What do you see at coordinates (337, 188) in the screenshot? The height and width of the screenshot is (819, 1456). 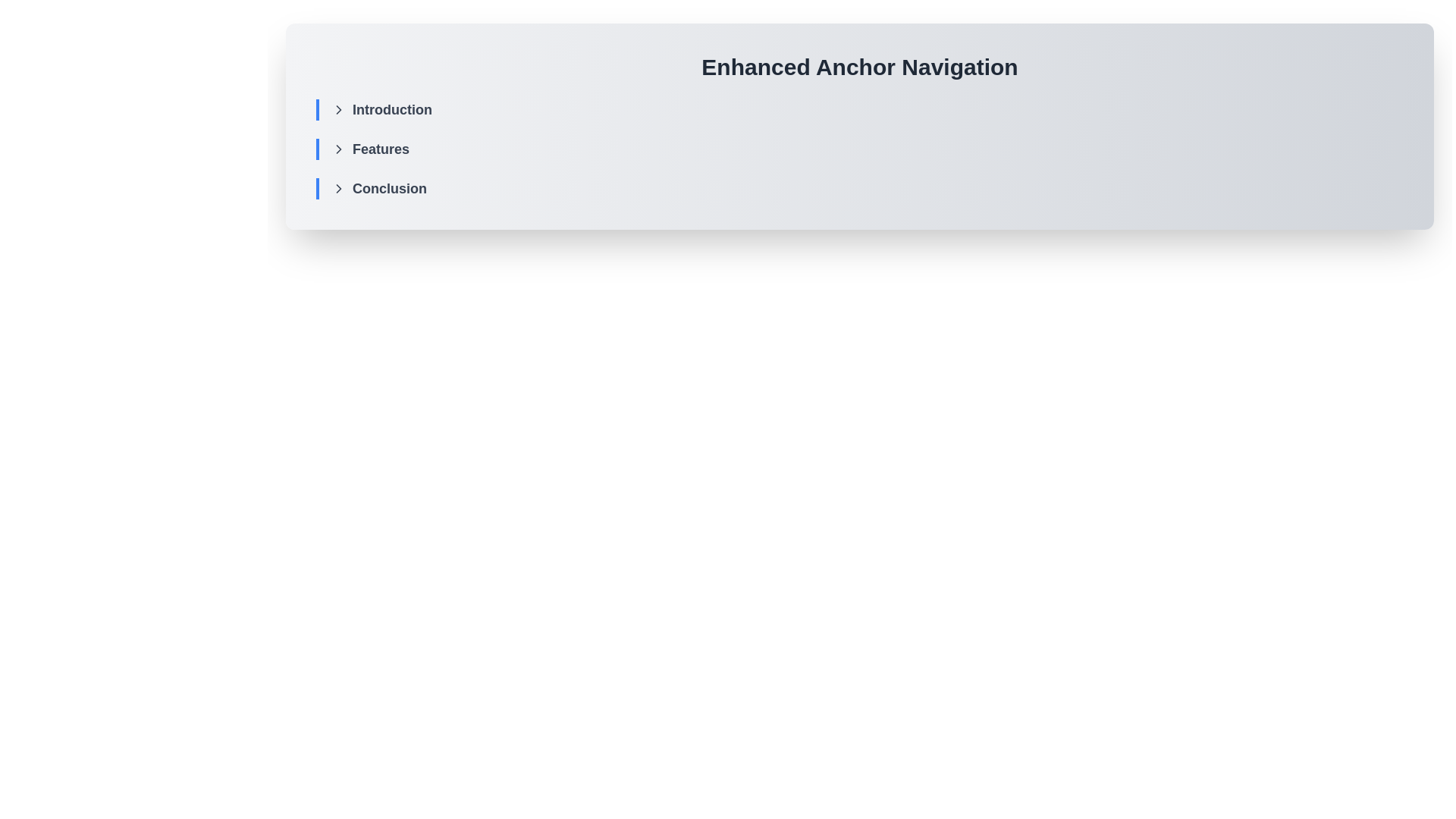 I see `the small right-pointing chevron arrow icon located next to the 'Conclusion' text in the navigation menu` at bounding box center [337, 188].